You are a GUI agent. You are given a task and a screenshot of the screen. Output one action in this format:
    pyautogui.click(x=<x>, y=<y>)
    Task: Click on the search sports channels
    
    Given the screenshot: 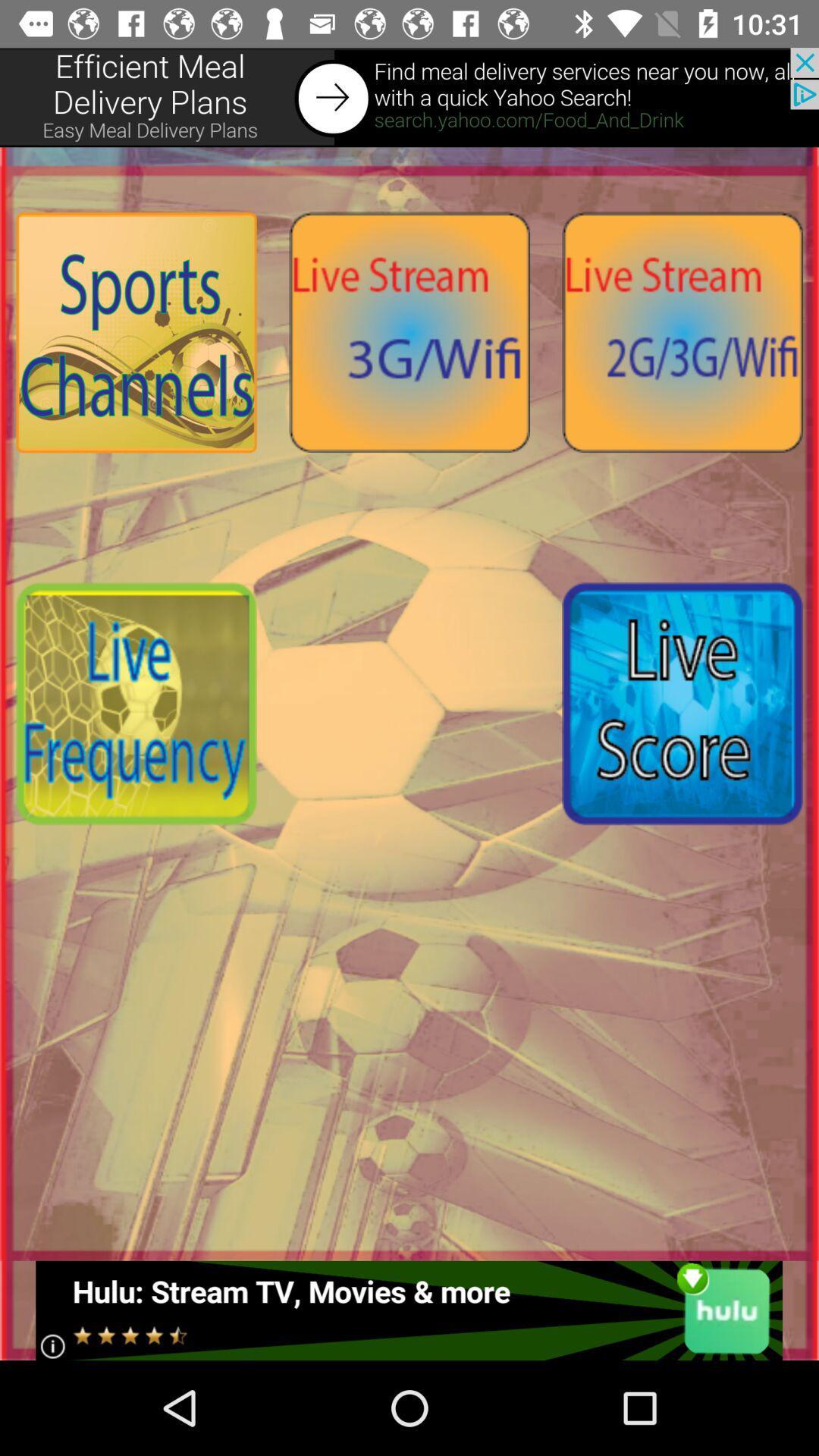 What is the action you would take?
    pyautogui.click(x=136, y=331)
    